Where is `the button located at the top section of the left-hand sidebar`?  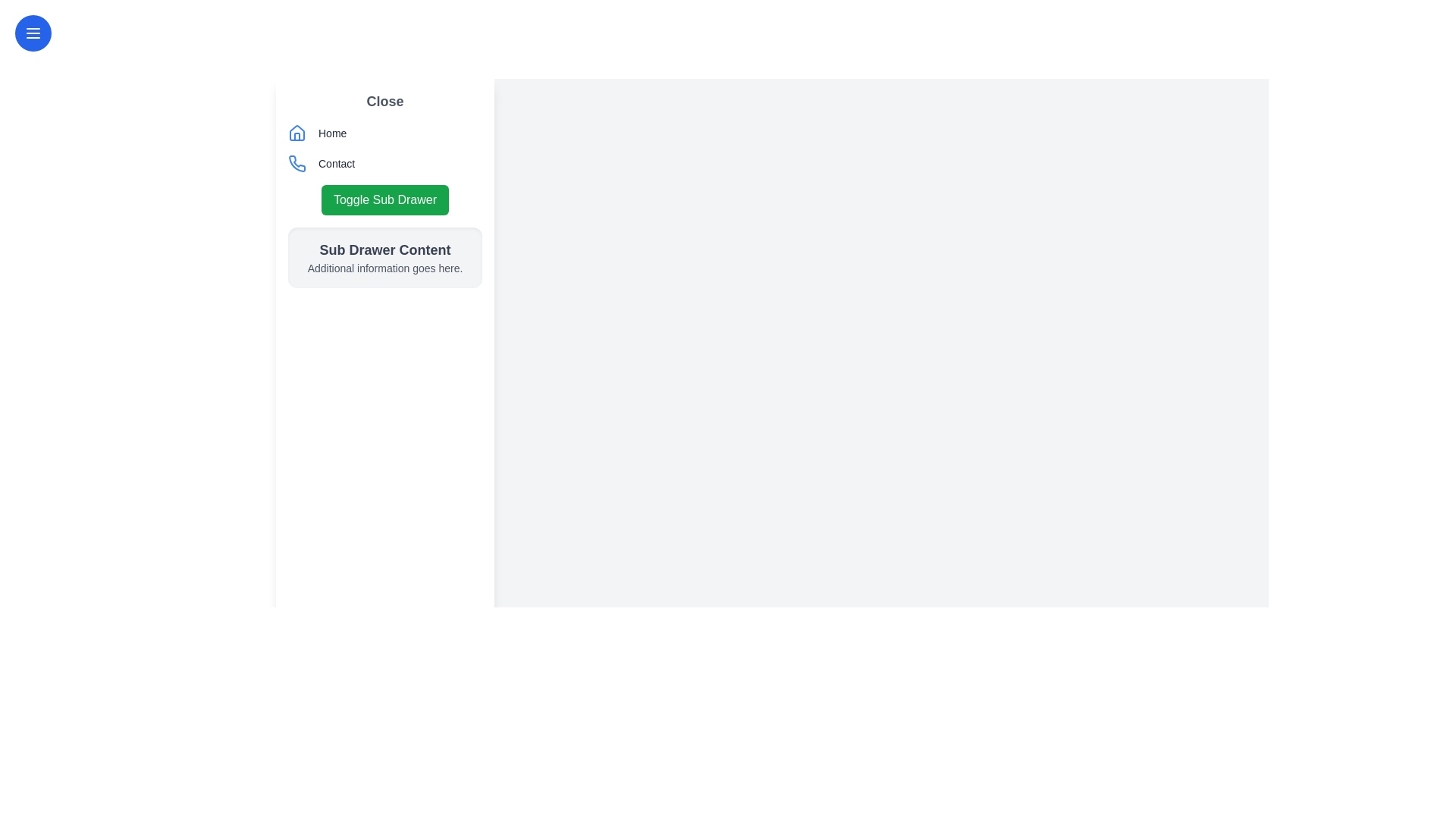 the button located at the top section of the left-hand sidebar is located at coordinates (385, 102).